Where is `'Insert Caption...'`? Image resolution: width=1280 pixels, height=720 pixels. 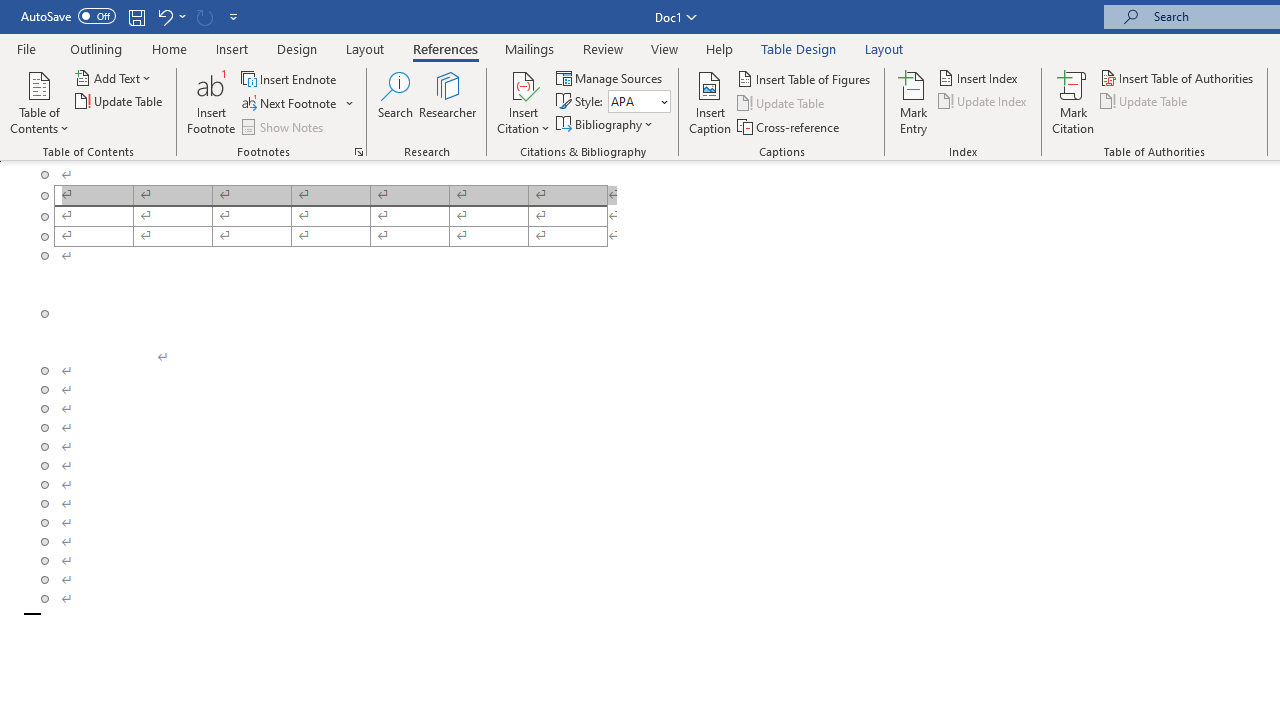 'Insert Caption...' is located at coordinates (710, 103).